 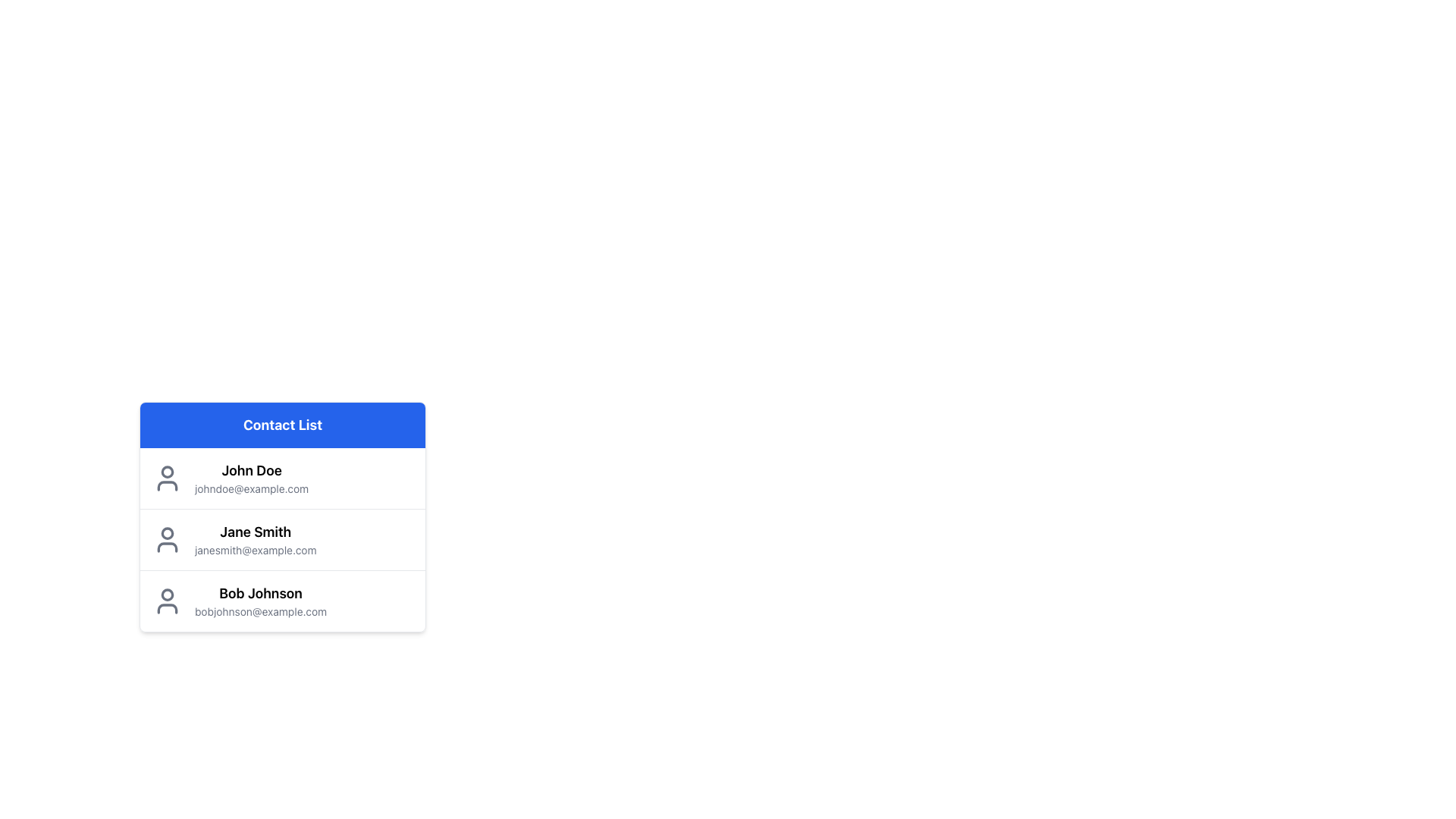 I want to click on the email text label displaying 'johndoe@example.com', which is styled in a smaller gray font and located below the name 'John Doe' in the contact list, so click(x=252, y=488).